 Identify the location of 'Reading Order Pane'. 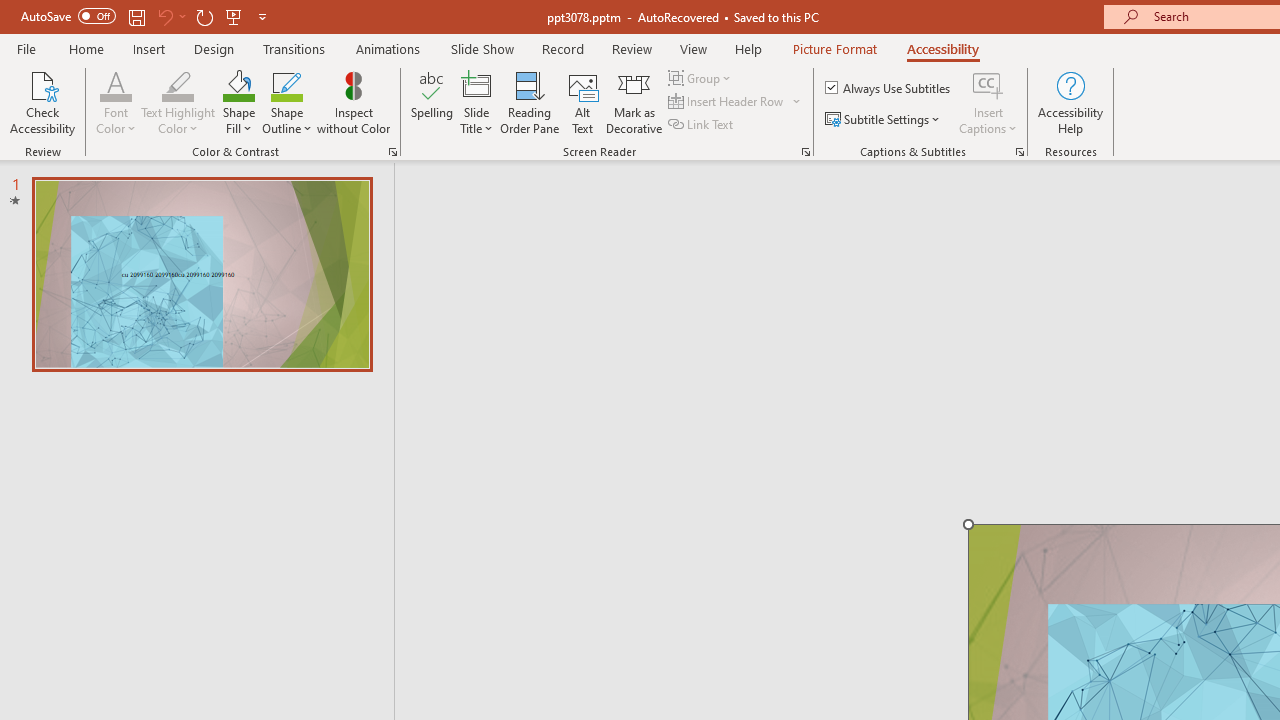
(529, 103).